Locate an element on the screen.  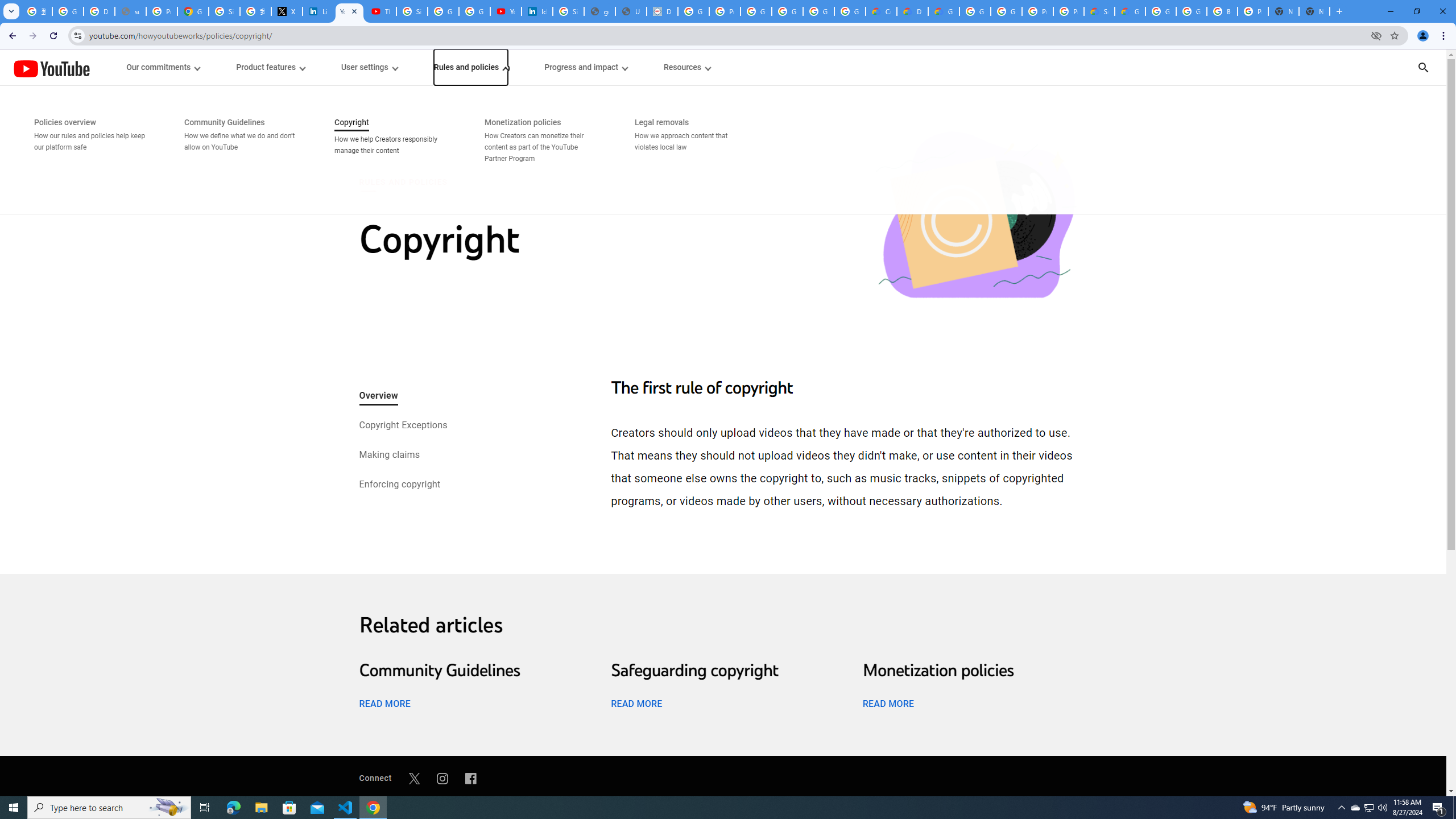
'Search' is located at coordinates (1438, 67).